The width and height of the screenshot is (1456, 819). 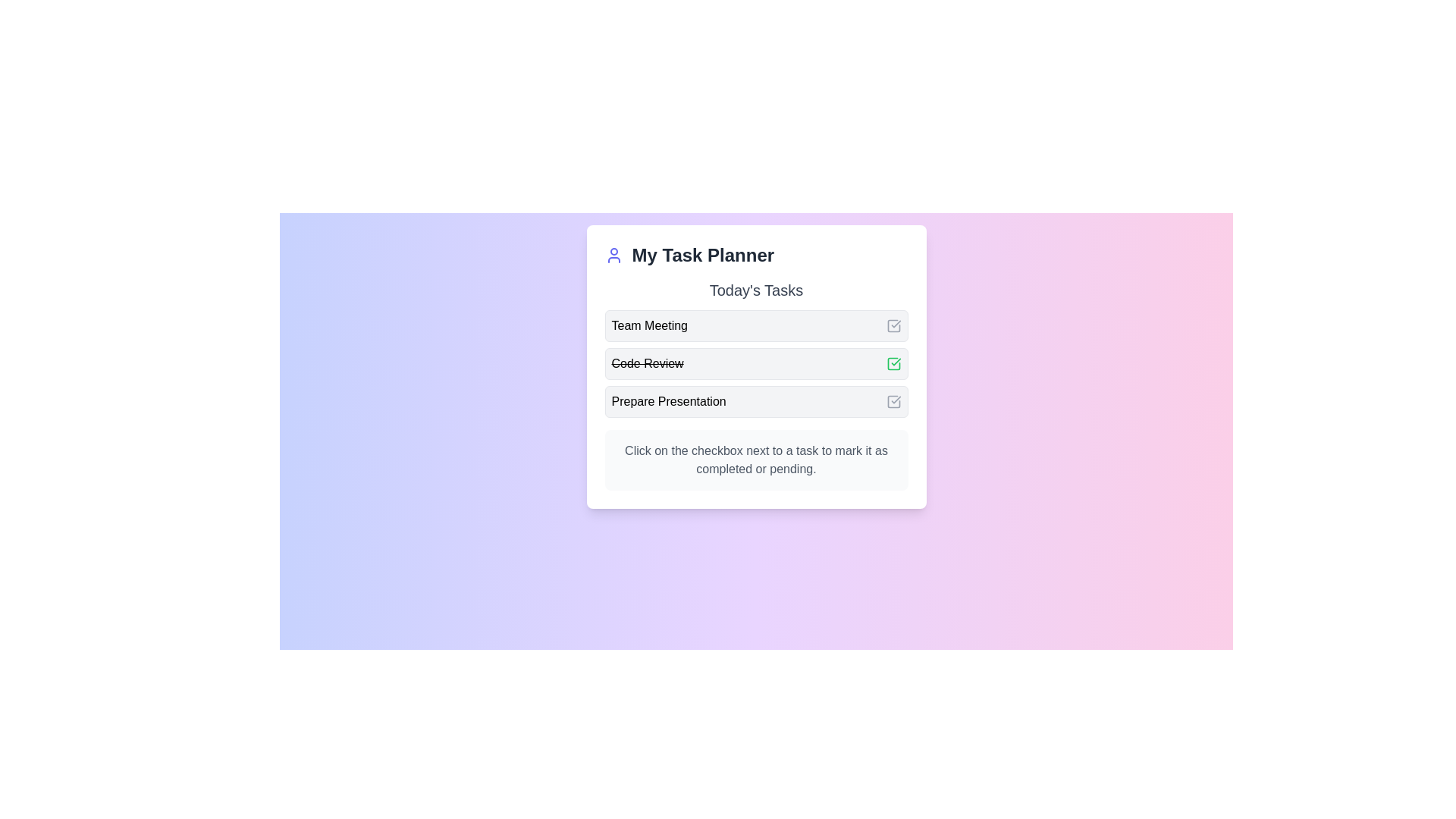 I want to click on task description for the item labeled 'Prepare Presentation' which is a light gray rectangular area with a checkbox on the right side, so click(x=756, y=400).